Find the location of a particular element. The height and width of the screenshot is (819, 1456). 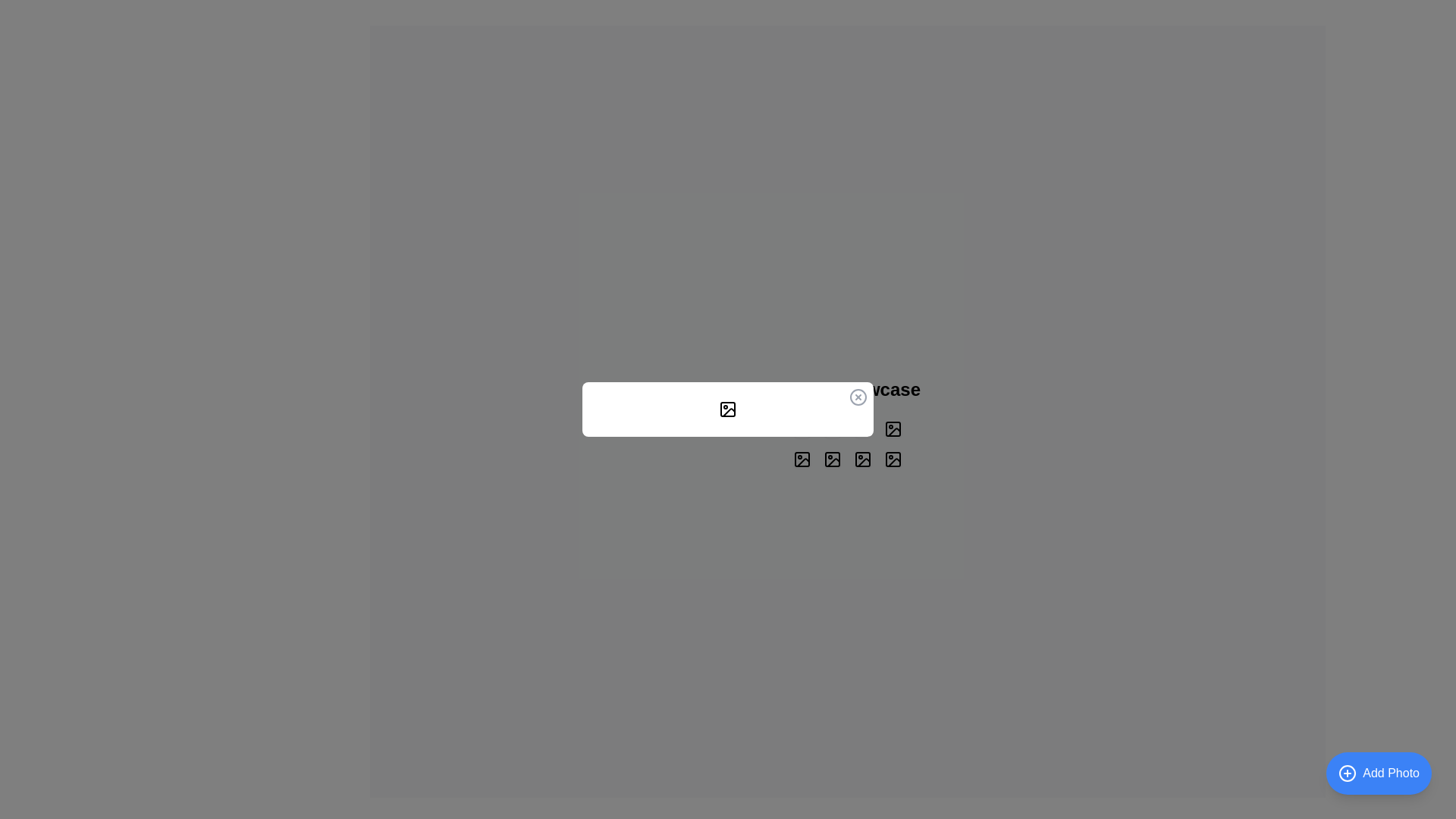

the zoom-in button located at the rightmost position of the horizontal toolbar is located at coordinates (801, 429).